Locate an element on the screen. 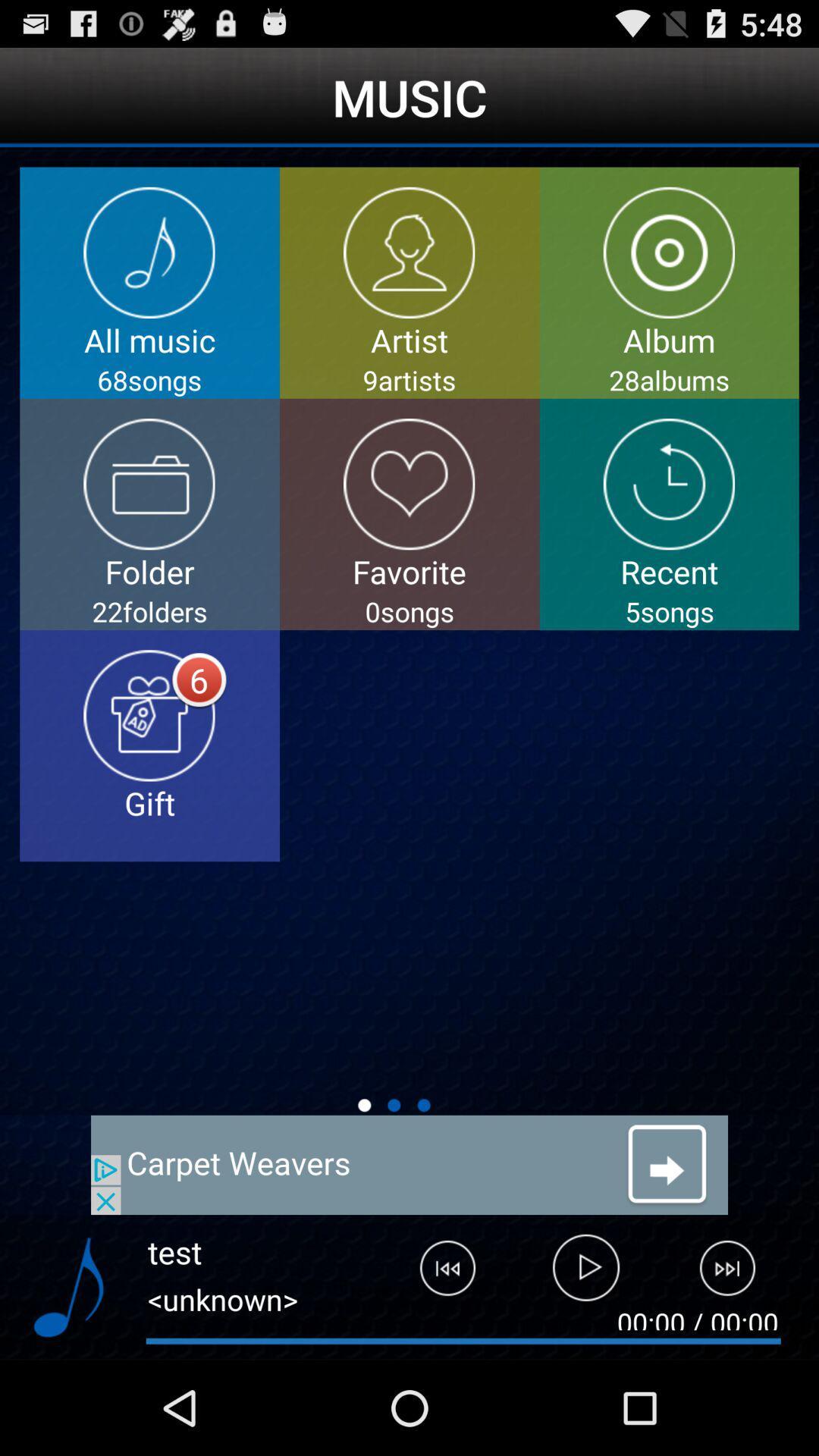  the music icon is located at coordinates (68, 1378).